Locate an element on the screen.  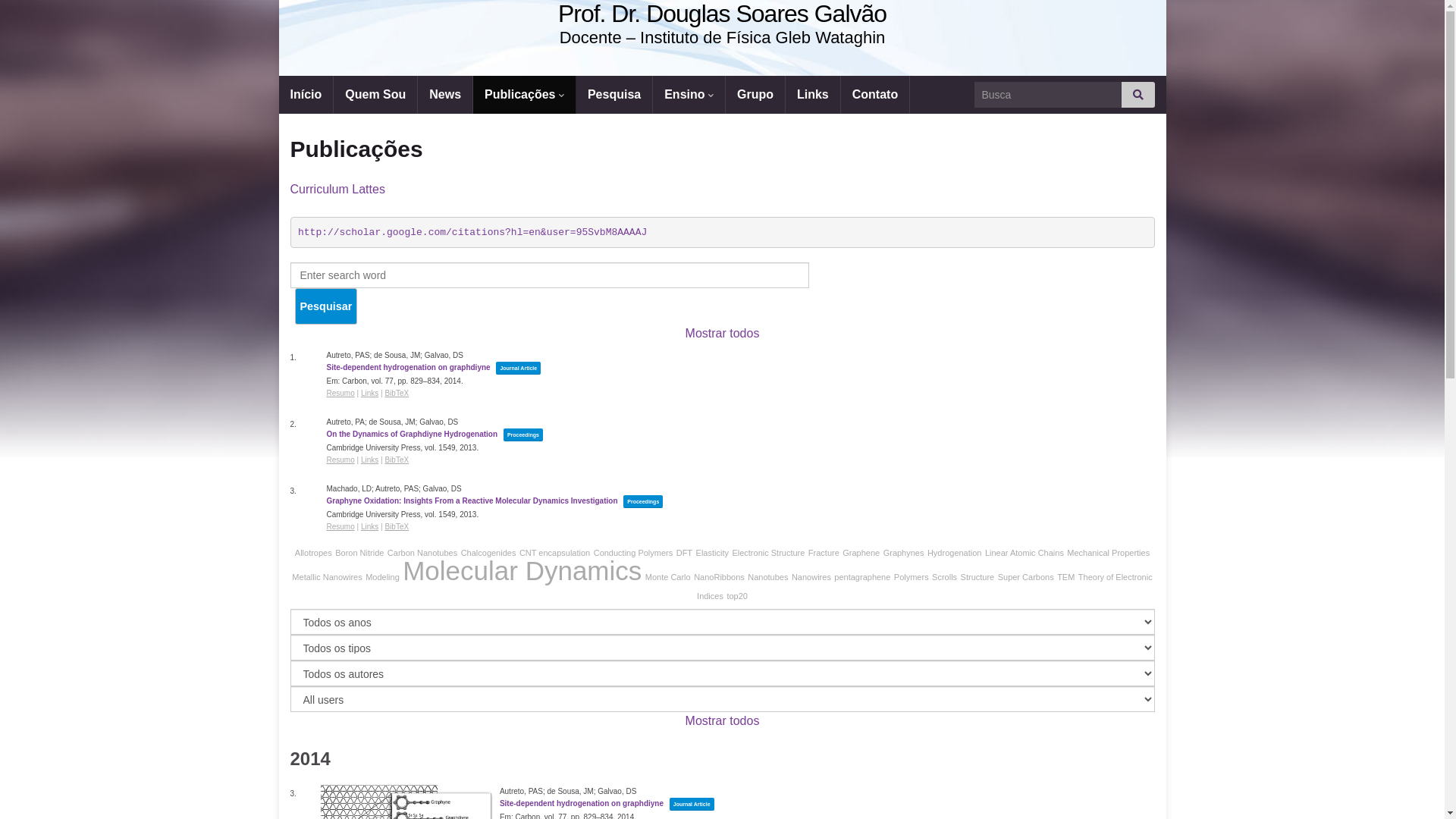
'Super Carbons' is located at coordinates (1026, 576).